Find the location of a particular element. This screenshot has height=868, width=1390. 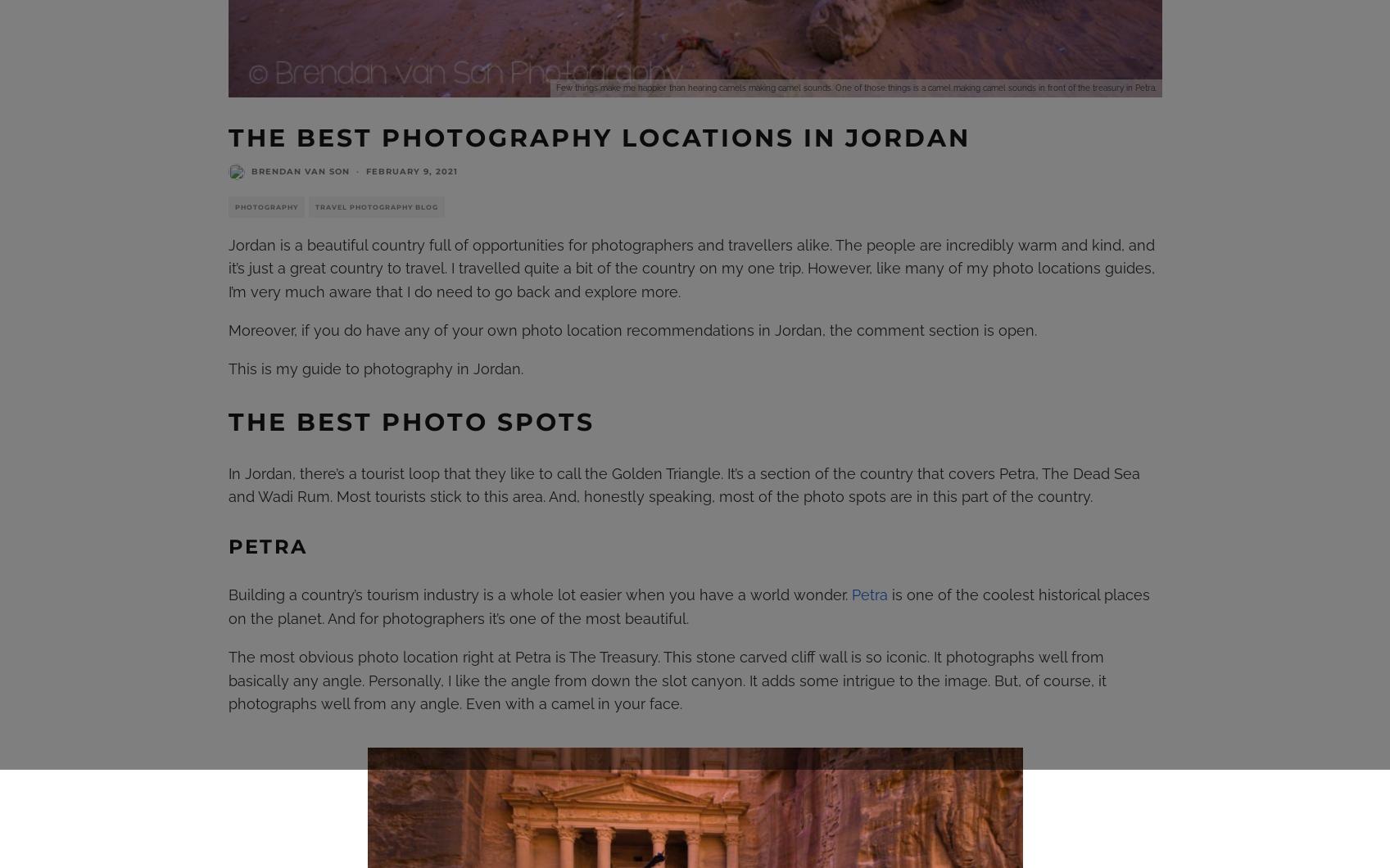

'Jordan is a beautiful country full of opportunities for photographers and travellers alike.  The people are incredibly warm and kind, and it’s just a great country to travel.  I travelled quite a bit of the country on my one trip.  However, like many of my photo locations guides, I’m very much aware that I do need to go back and explore more.' is located at coordinates (690, 268).